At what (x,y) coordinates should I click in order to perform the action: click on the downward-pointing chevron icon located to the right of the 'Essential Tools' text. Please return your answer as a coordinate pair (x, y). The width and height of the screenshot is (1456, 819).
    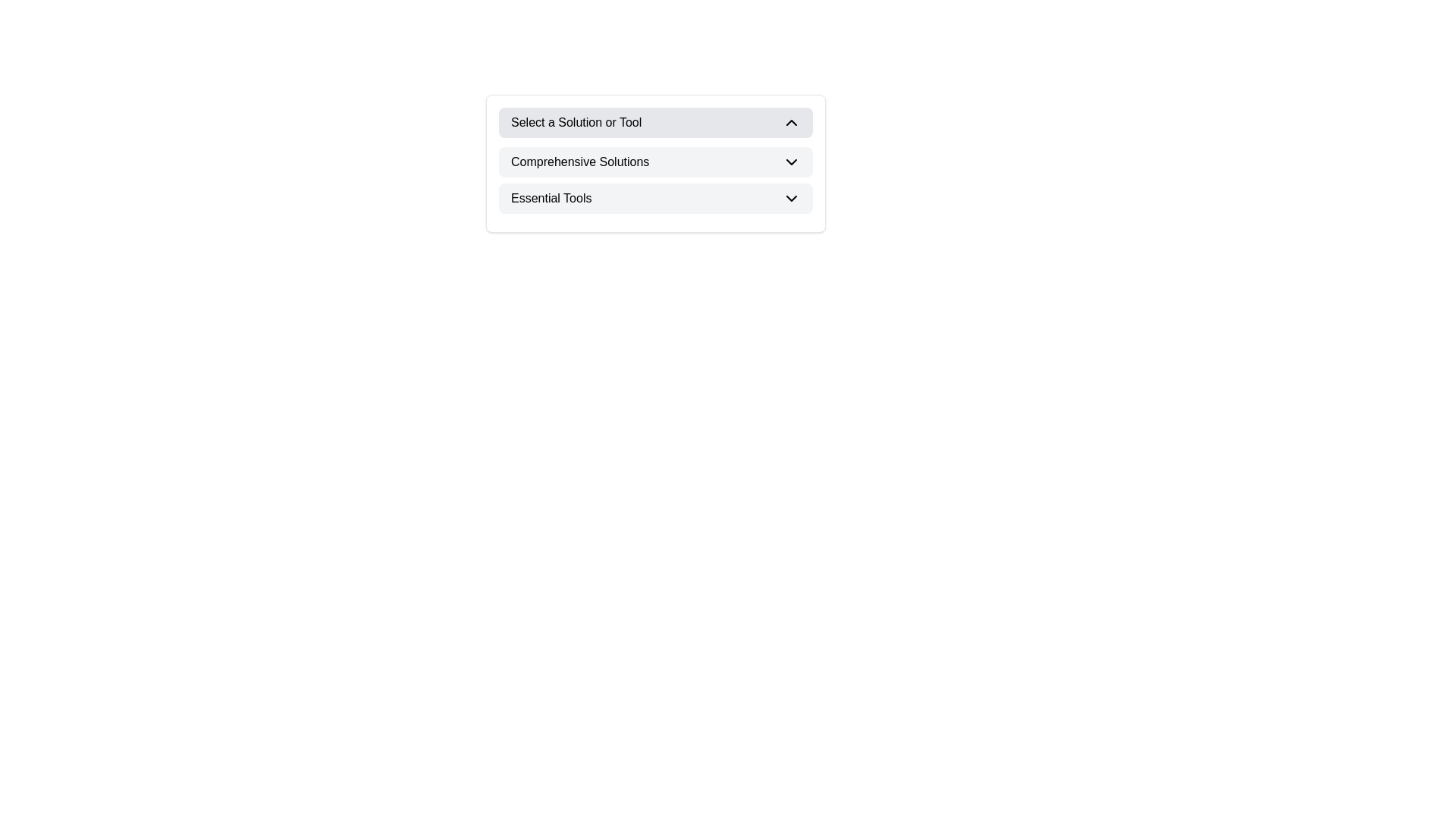
    Looking at the image, I should click on (790, 198).